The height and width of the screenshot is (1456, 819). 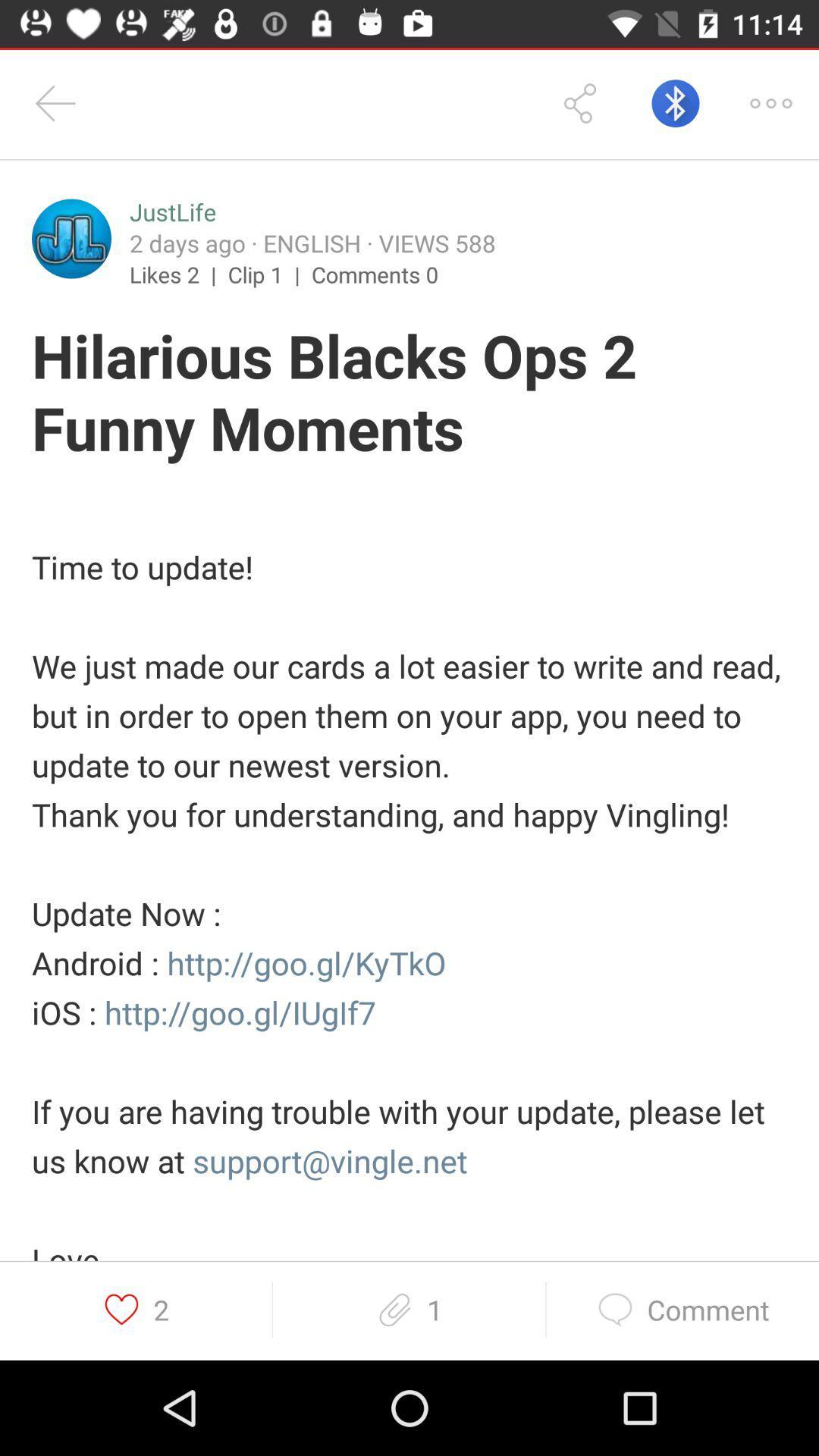 I want to click on clip 1  |   icon, so click(x=268, y=274).